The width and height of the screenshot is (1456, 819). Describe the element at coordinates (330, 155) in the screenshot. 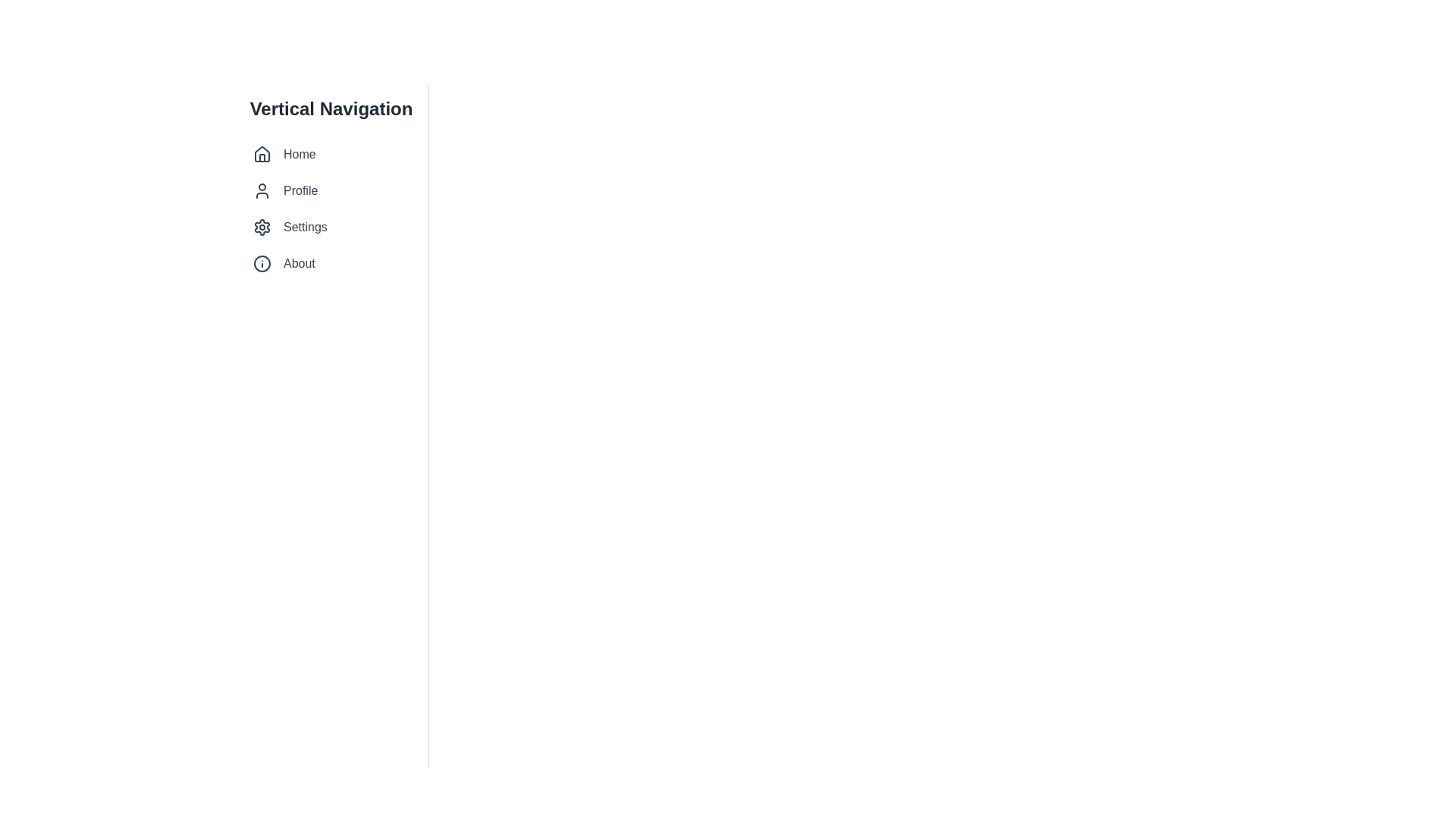

I see `the 'Home' clickable navigation link at the top of the vertical menu to apply the hover effect, which changes the background color for better visibility` at that location.